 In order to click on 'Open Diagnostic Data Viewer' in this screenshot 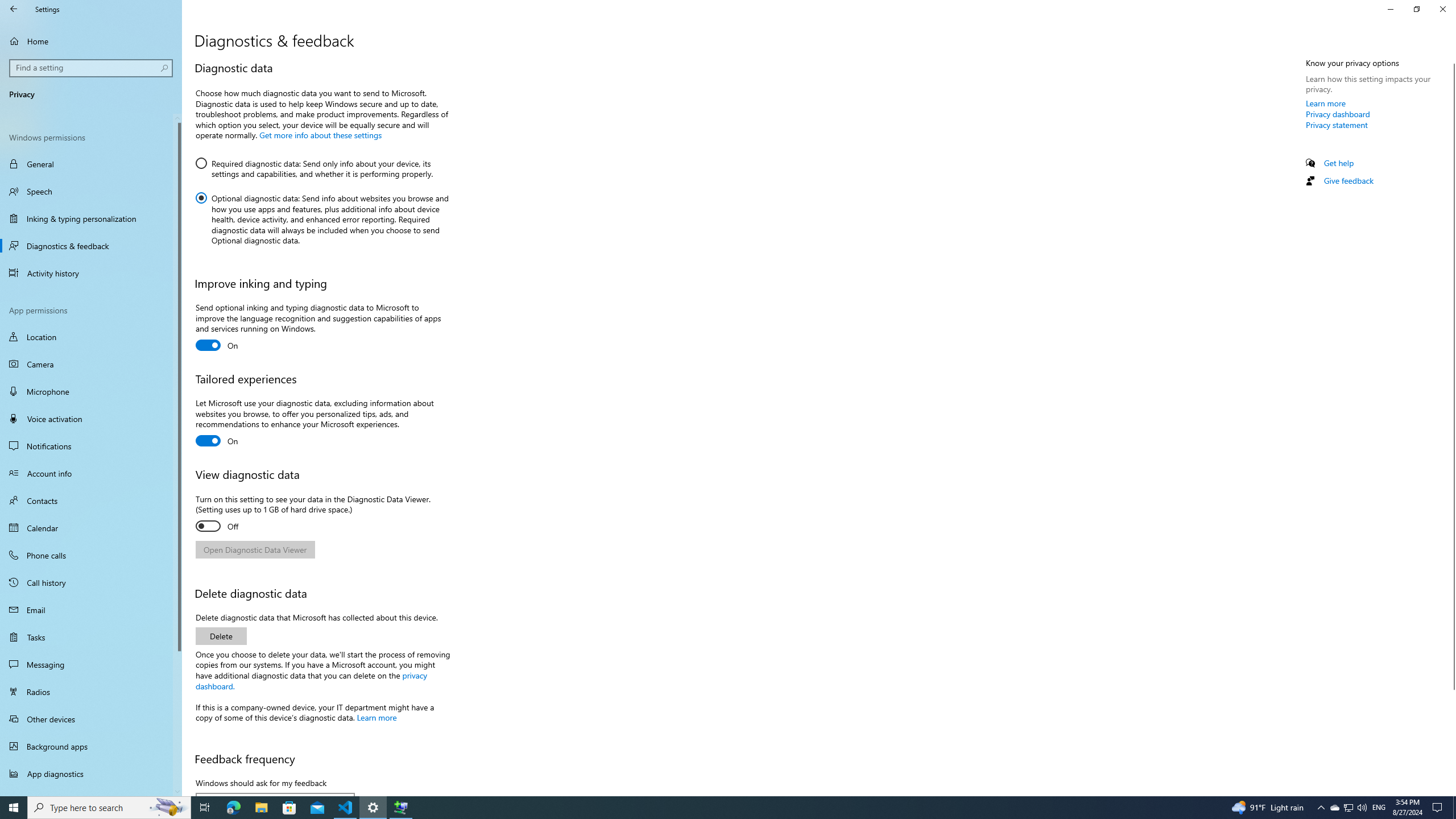, I will do `click(255, 549)`.